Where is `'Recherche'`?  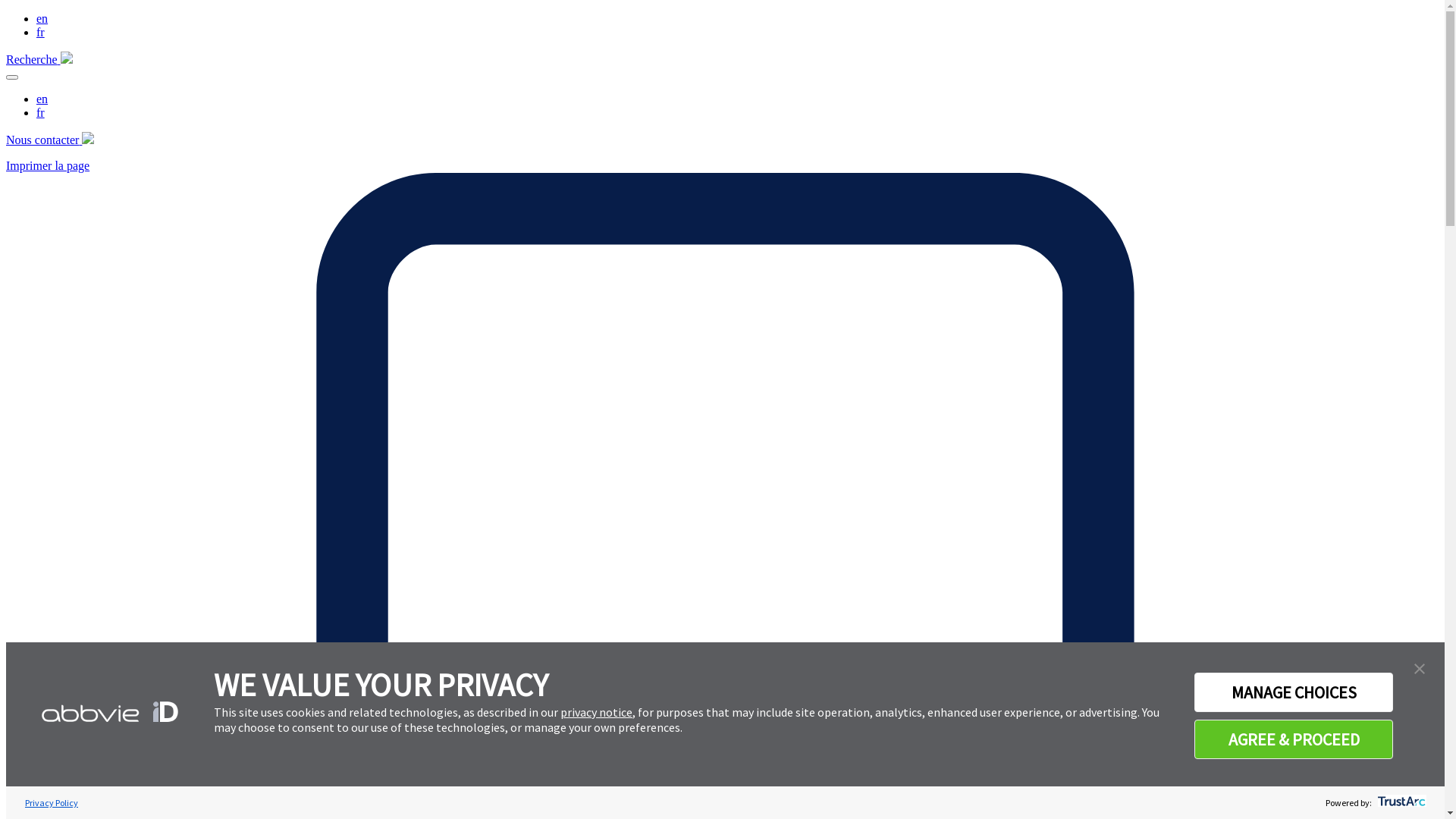
'Recherche' is located at coordinates (39, 58).